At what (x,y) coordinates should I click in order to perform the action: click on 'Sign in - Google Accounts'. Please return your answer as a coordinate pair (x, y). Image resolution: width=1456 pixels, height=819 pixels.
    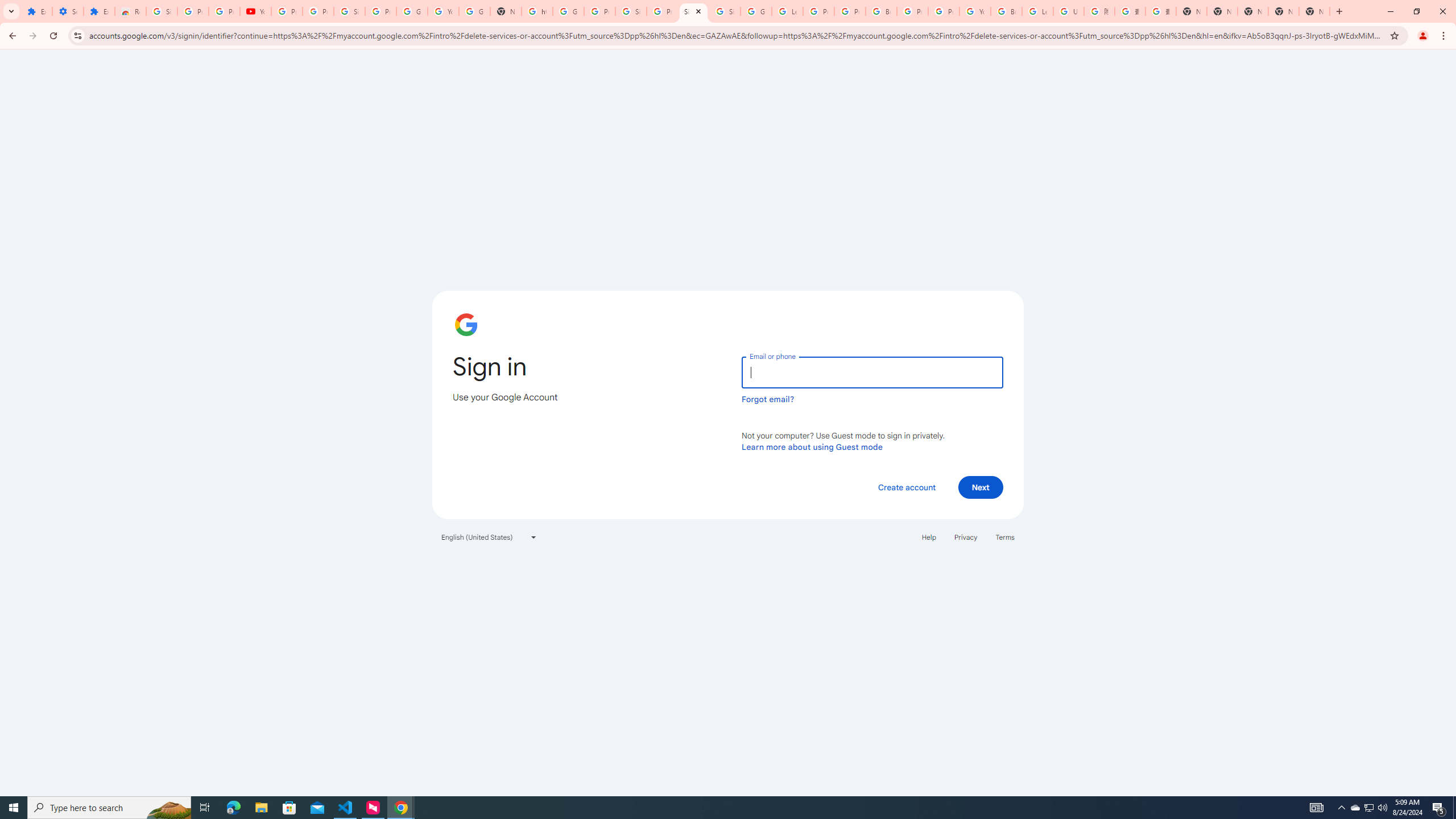
    Looking at the image, I should click on (693, 11).